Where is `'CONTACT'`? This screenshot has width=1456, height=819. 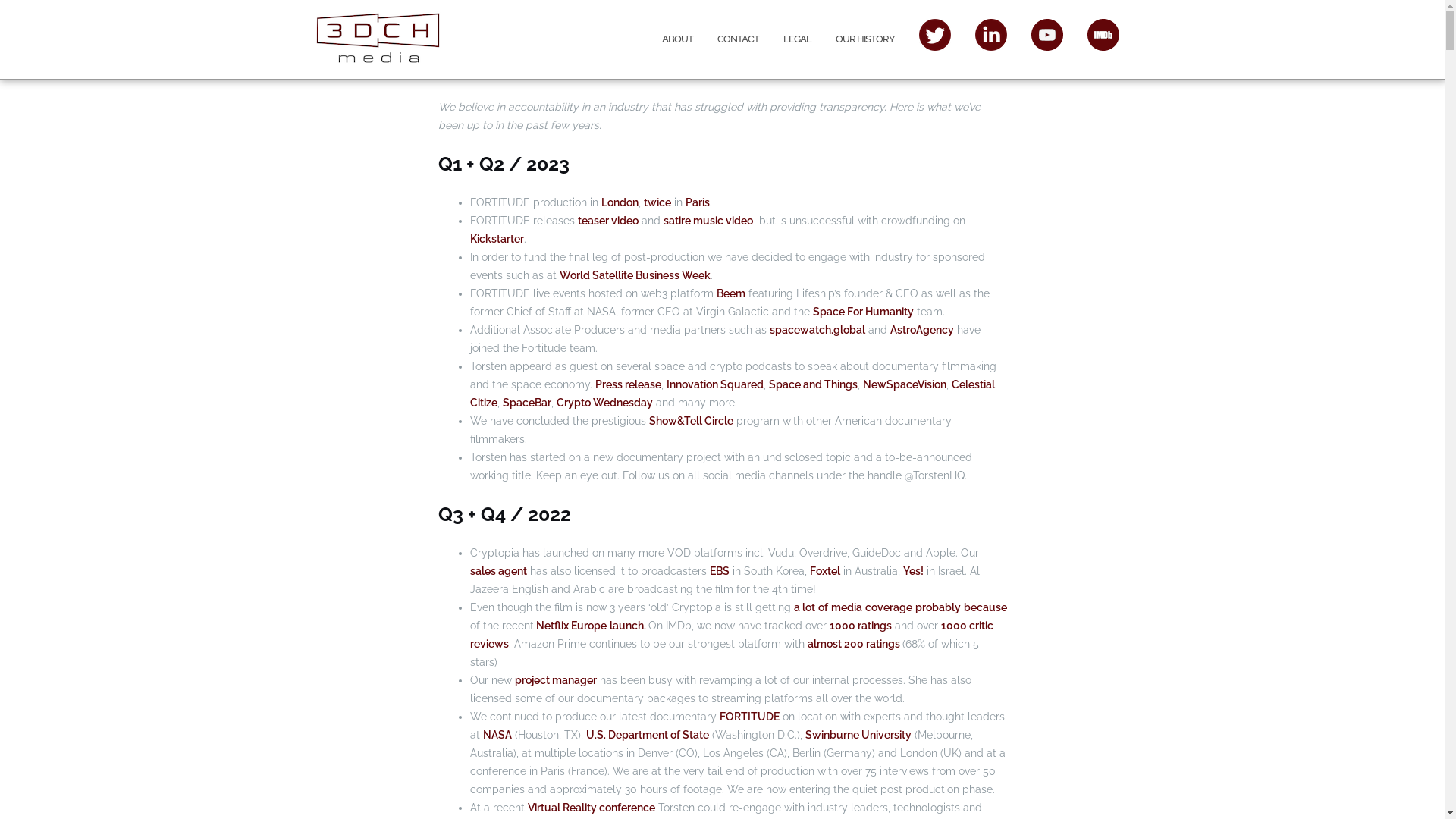
'CONTACT' is located at coordinates (738, 38).